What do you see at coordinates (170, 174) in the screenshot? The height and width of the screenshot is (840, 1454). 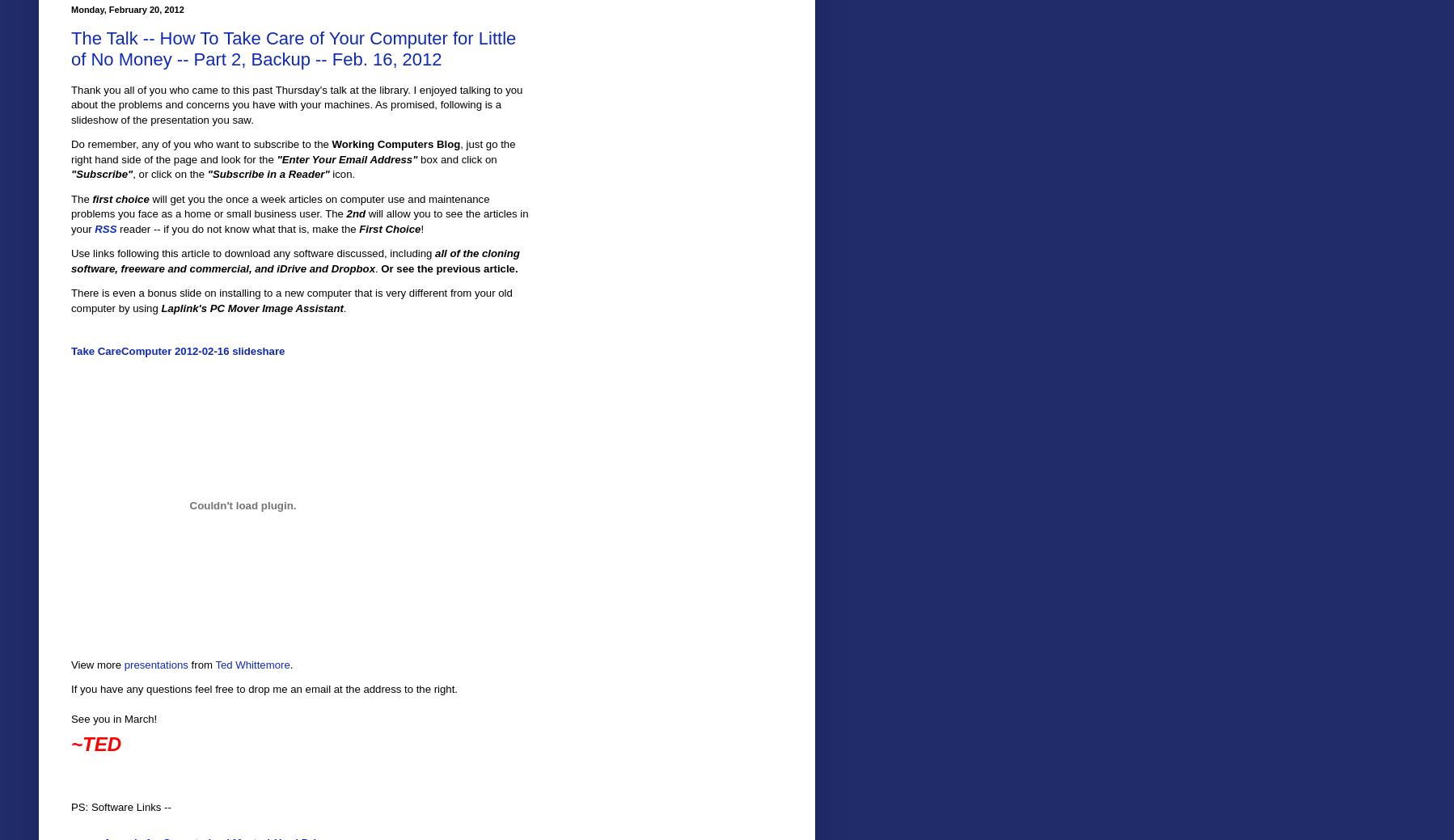 I see `', or click on the'` at bounding box center [170, 174].